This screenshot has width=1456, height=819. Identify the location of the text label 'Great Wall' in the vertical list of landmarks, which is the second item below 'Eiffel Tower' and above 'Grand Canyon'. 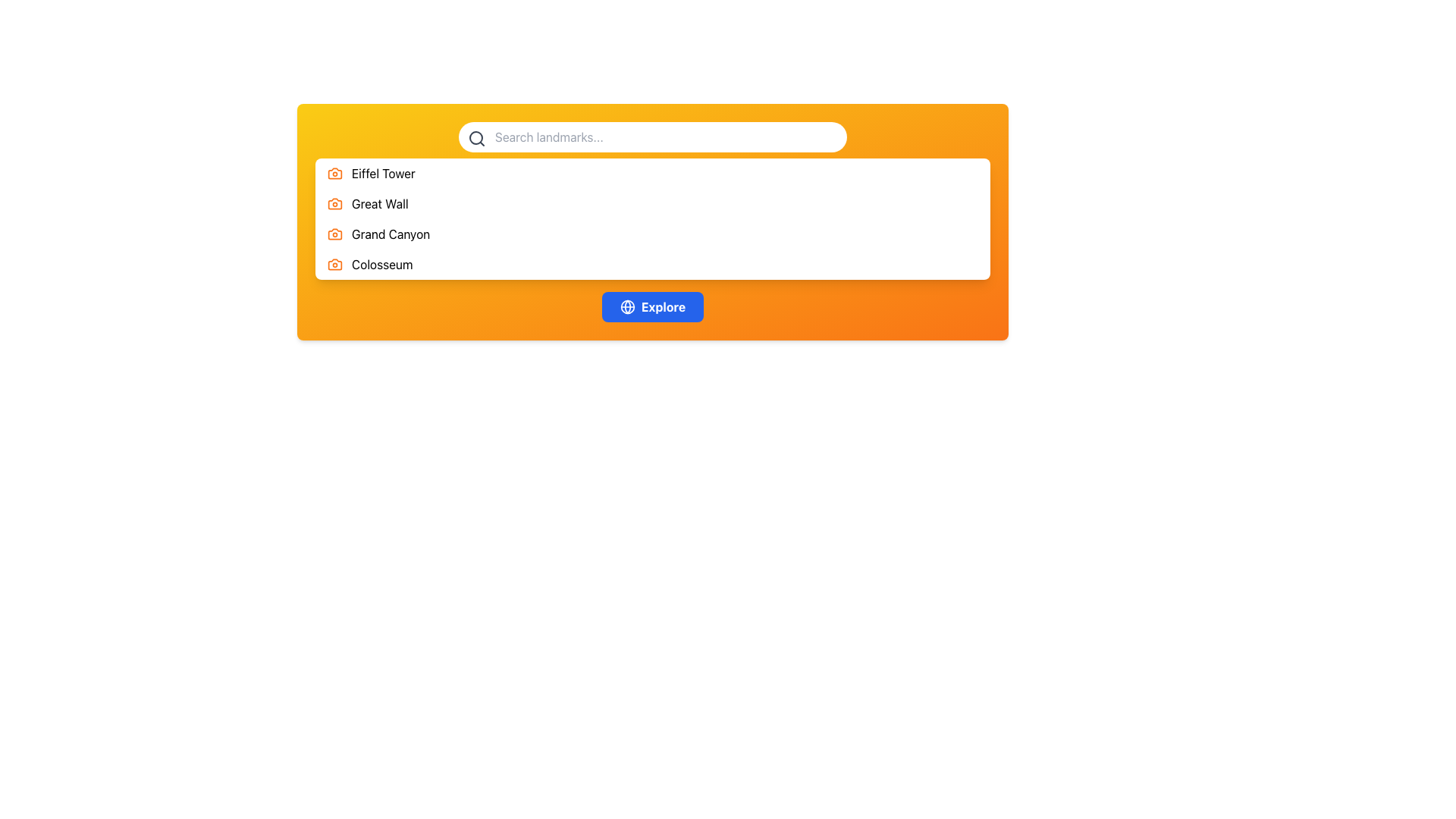
(380, 203).